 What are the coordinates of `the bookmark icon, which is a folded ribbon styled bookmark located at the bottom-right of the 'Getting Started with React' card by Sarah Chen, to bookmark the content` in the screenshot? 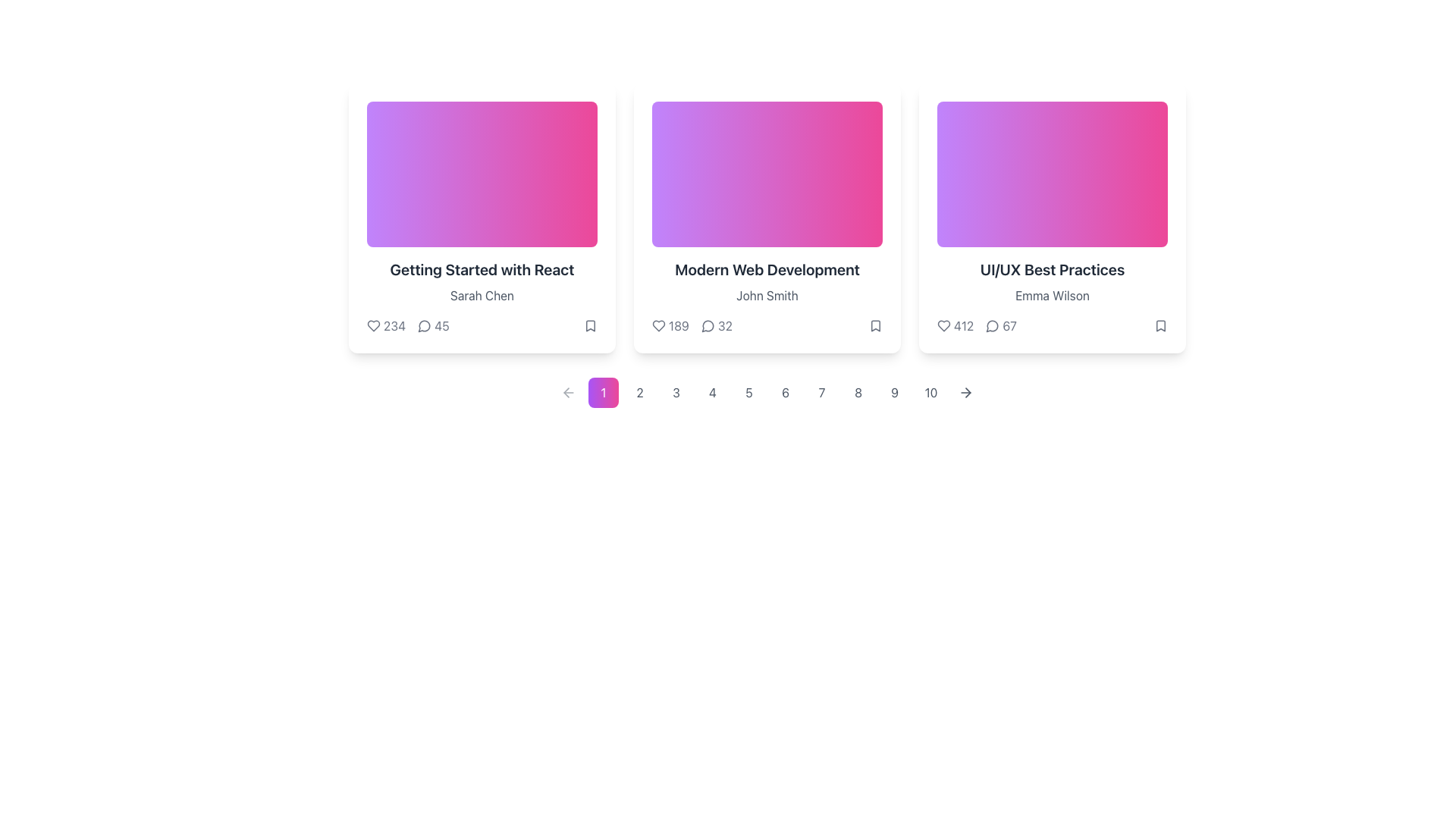 It's located at (589, 325).